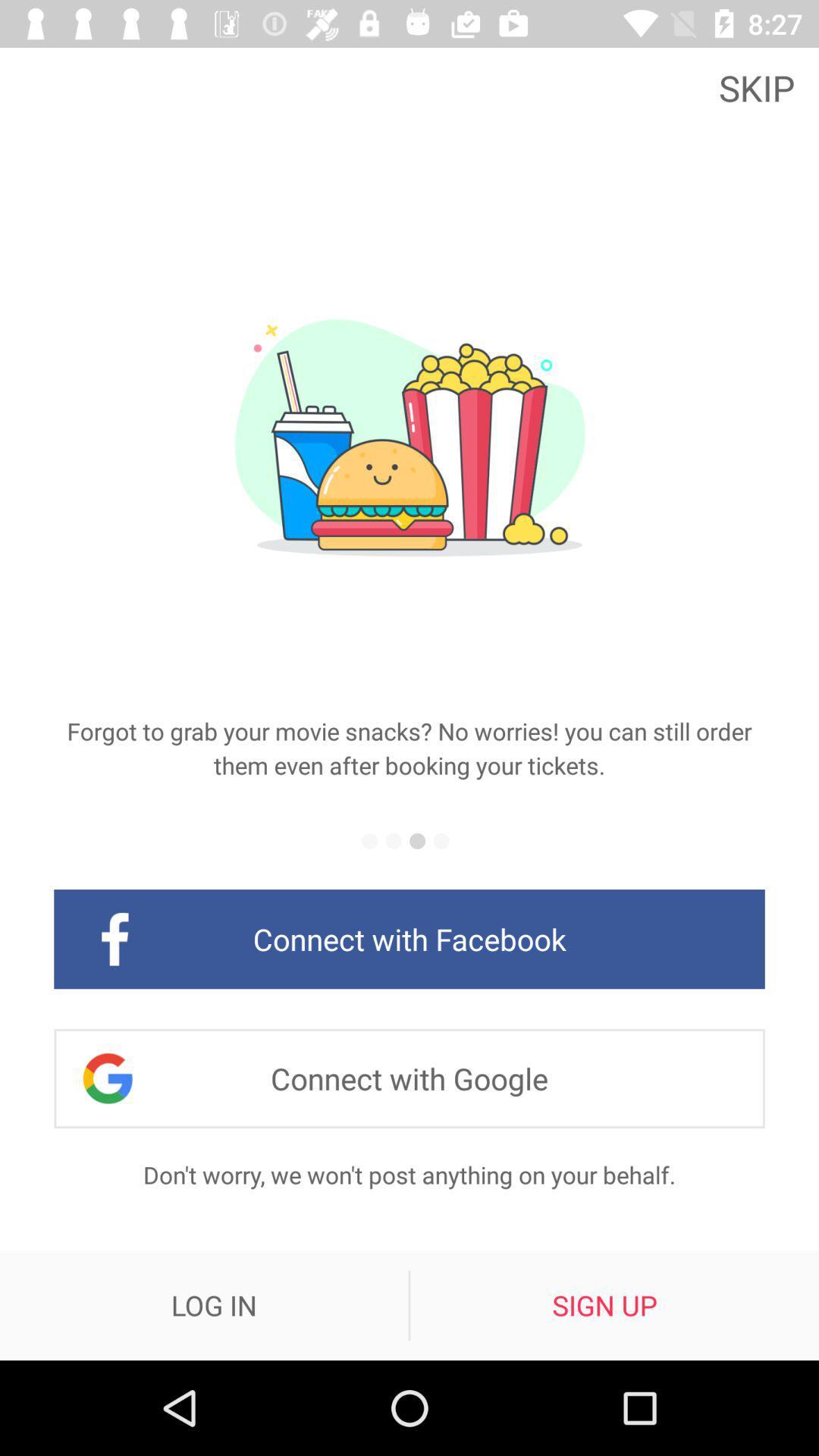 This screenshot has height=1456, width=819. Describe the element at coordinates (761, 86) in the screenshot. I see `skip` at that location.